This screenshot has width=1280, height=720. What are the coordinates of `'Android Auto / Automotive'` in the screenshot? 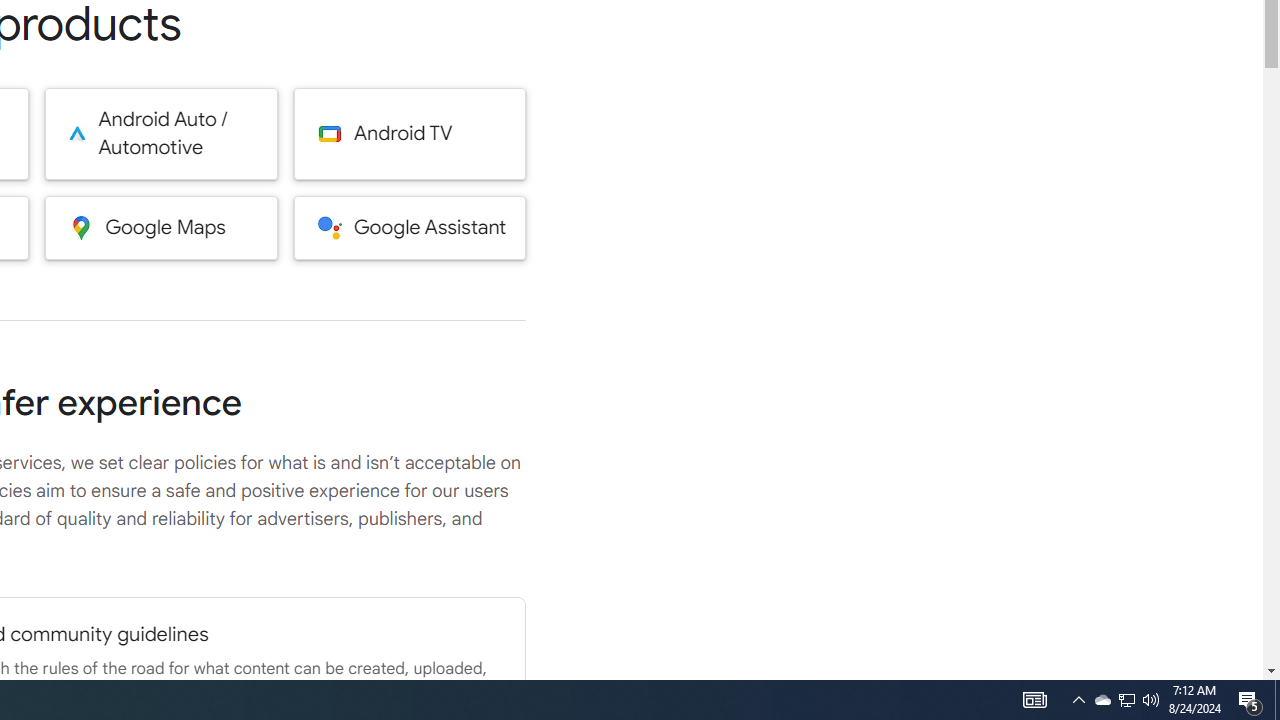 It's located at (161, 133).